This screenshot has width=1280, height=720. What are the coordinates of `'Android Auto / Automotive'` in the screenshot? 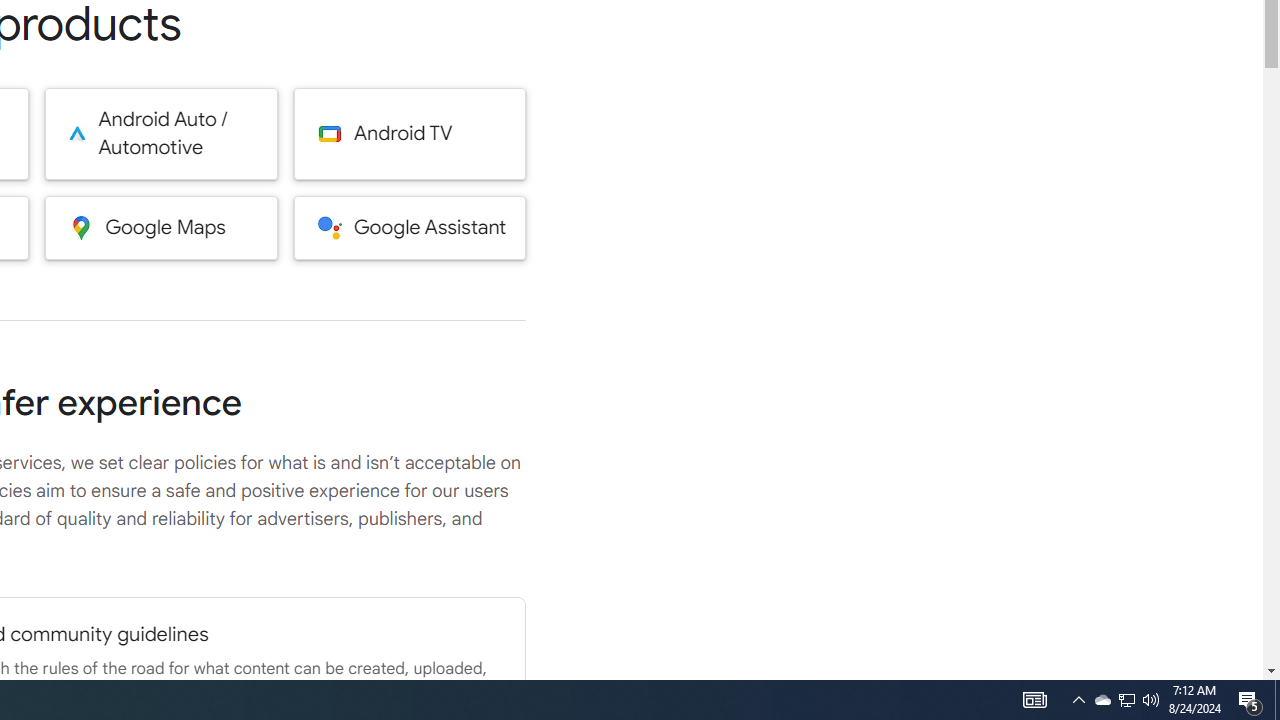 It's located at (161, 133).